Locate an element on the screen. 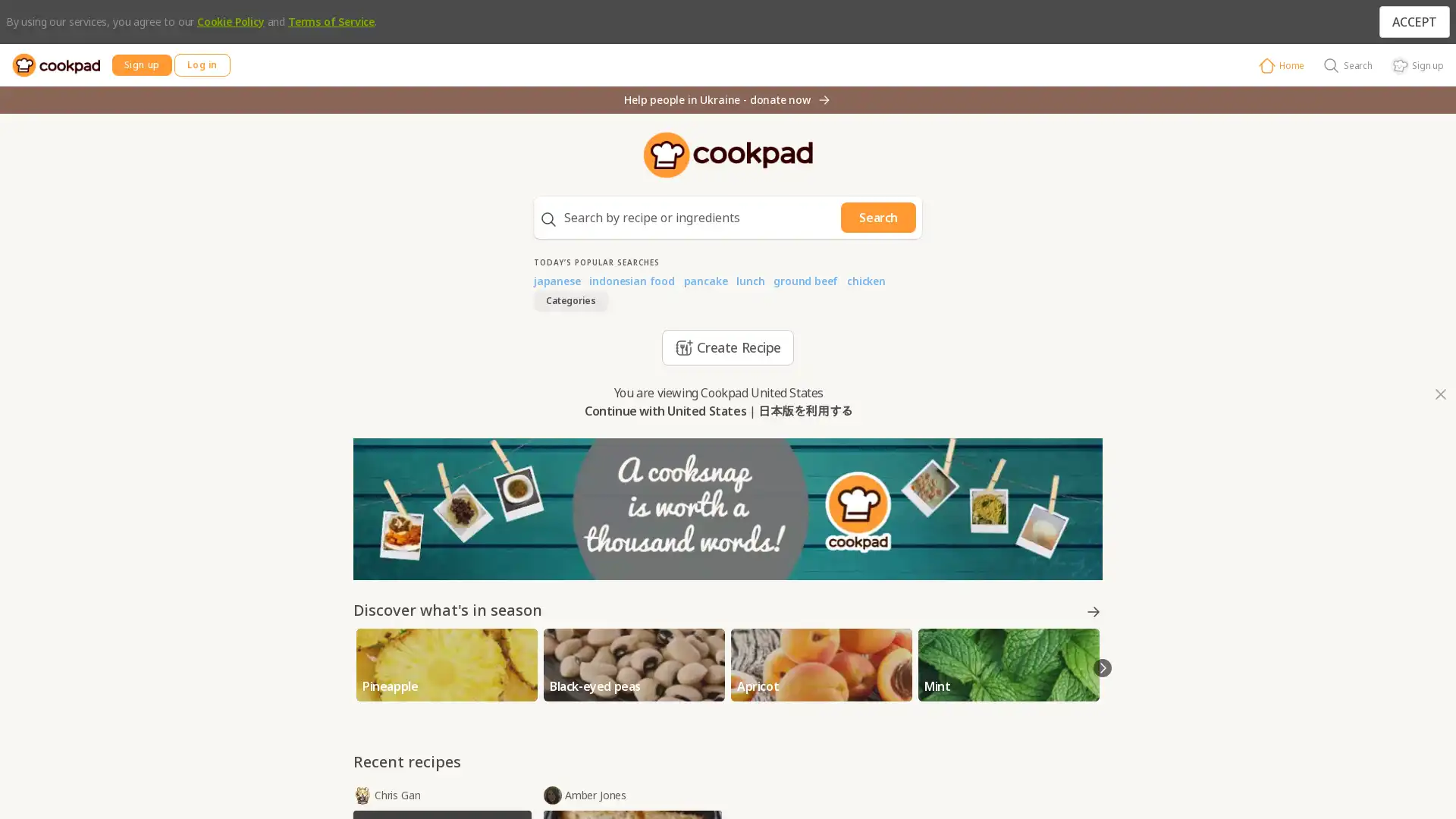  Create Recipe is located at coordinates (726, 347).